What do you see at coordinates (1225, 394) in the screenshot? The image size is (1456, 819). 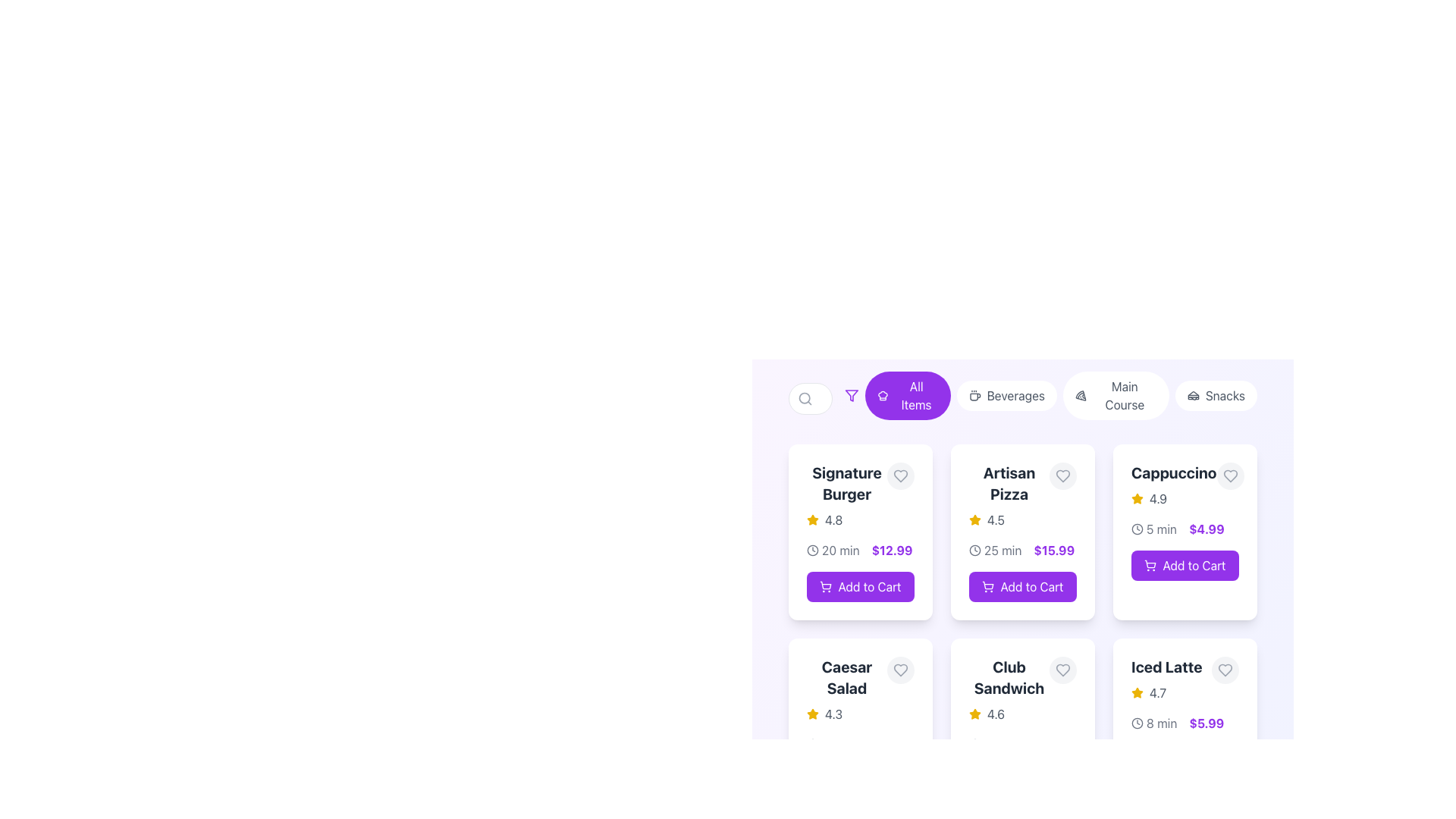 I see `the 'Snacks' label` at bounding box center [1225, 394].